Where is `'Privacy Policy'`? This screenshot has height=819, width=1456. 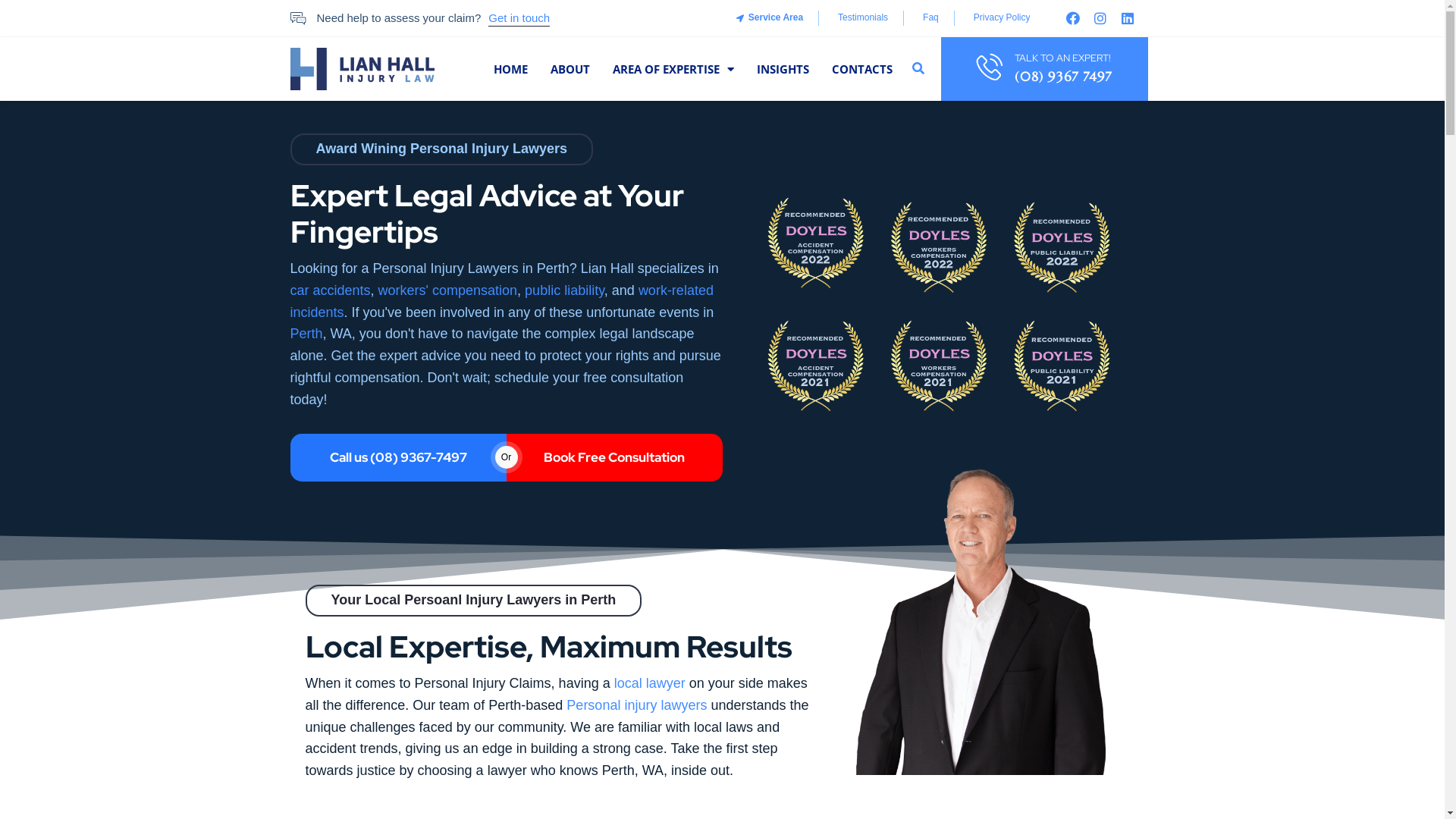 'Privacy Policy' is located at coordinates (968, 17).